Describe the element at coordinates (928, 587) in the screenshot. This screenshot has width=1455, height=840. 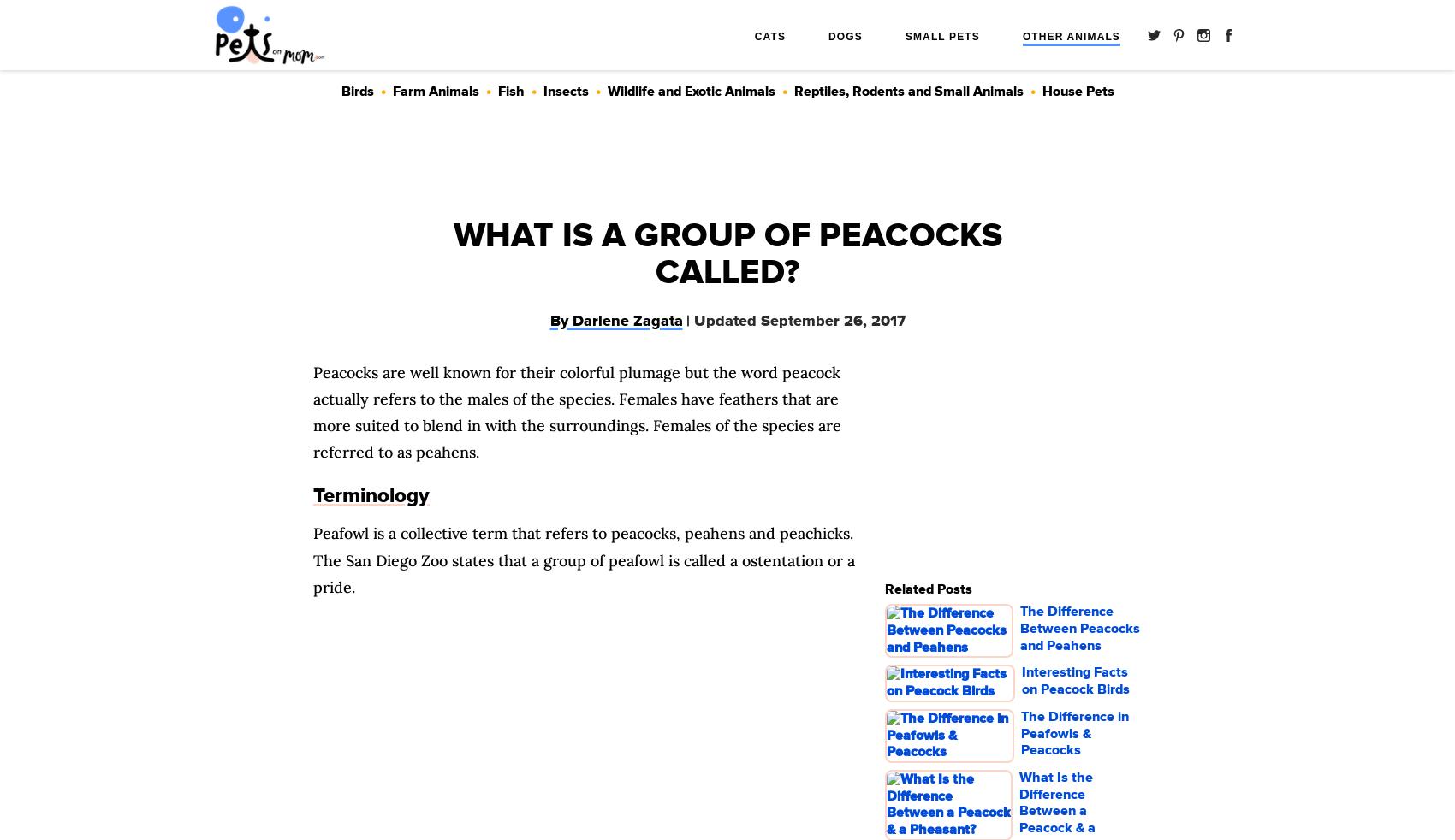
I see `'Related Posts'` at that location.